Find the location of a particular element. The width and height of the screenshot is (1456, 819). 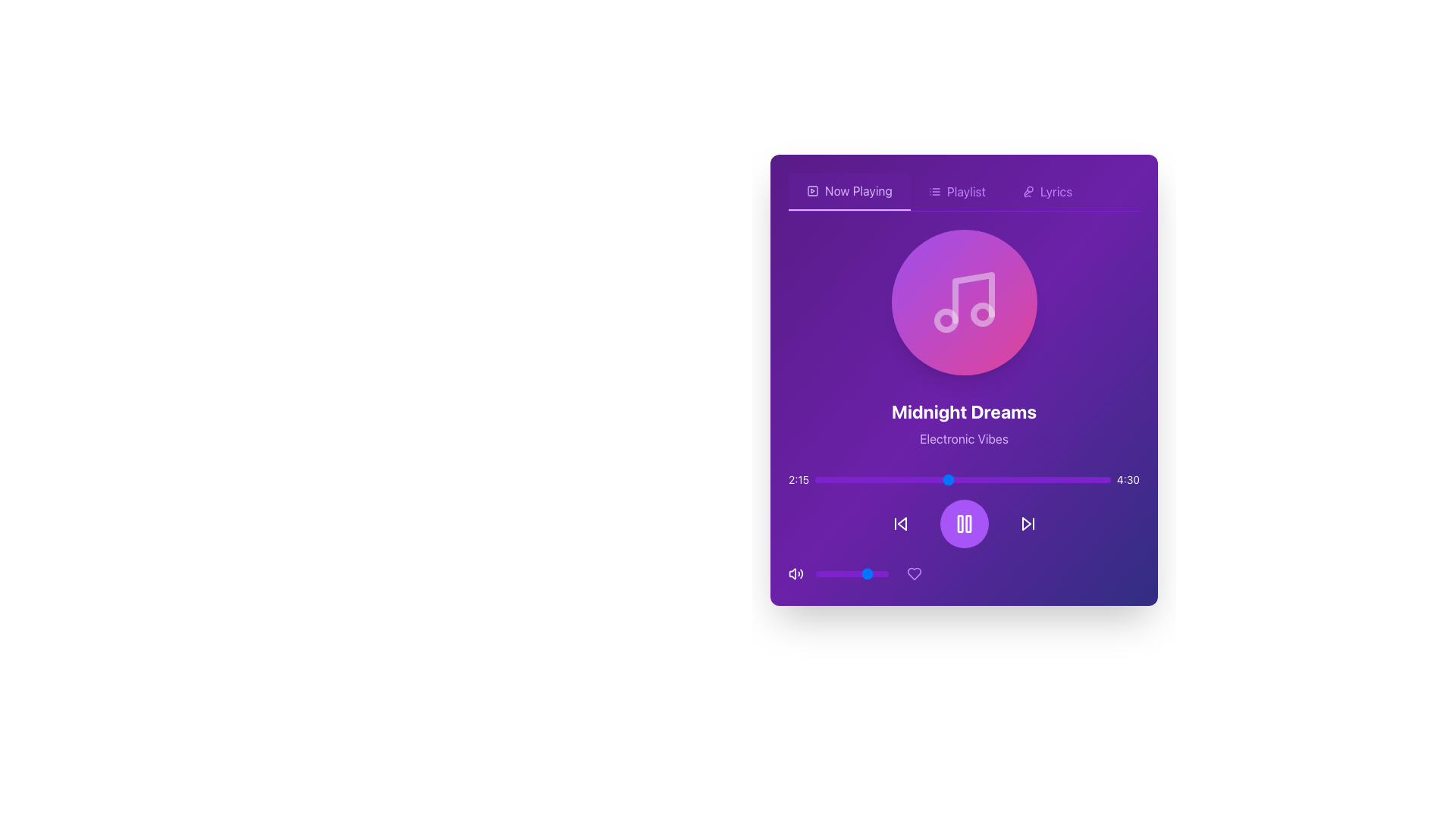

the 'Playlist' button in the navigation header of the music player interface is located at coordinates (963, 191).